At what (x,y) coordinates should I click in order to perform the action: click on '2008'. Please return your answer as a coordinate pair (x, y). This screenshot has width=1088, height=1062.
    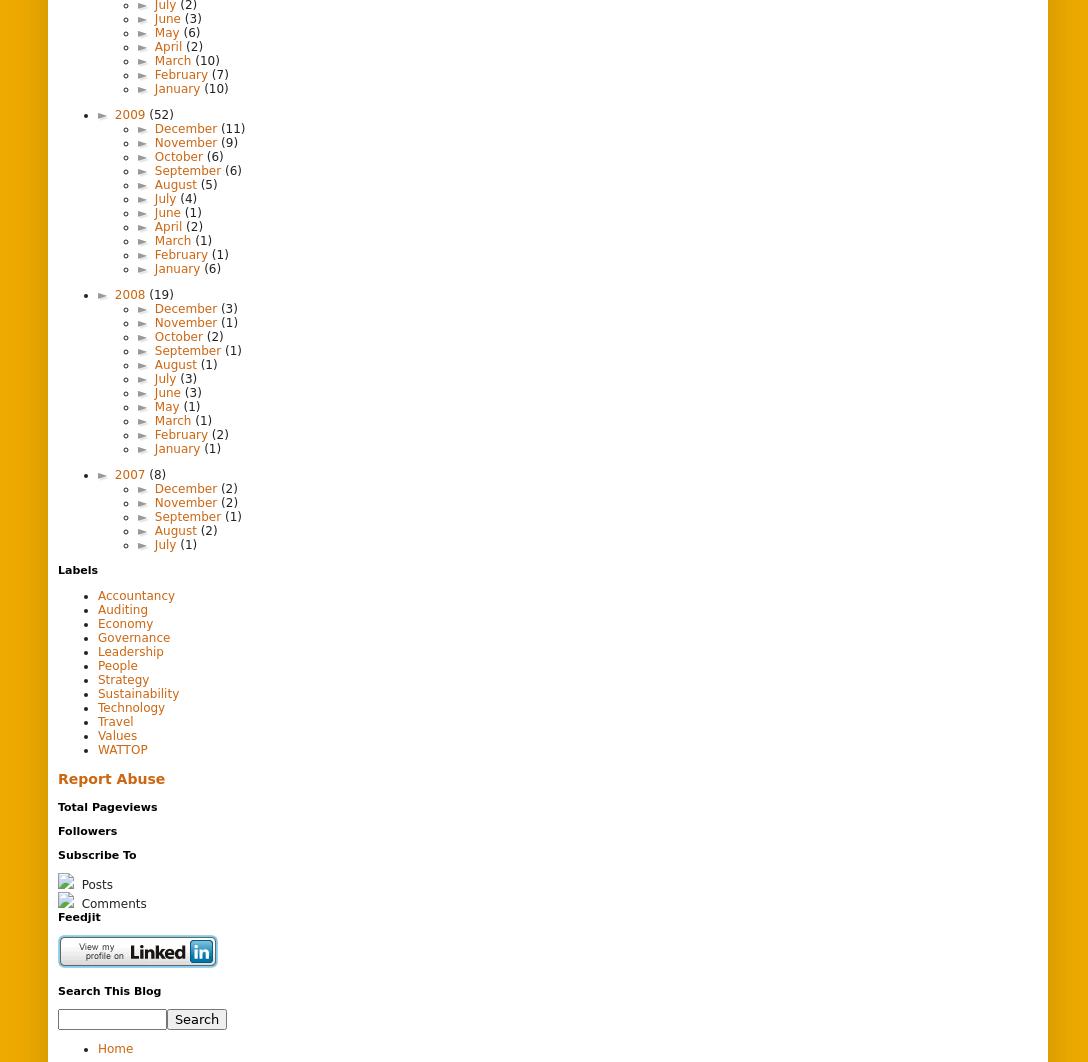
    Looking at the image, I should click on (131, 292).